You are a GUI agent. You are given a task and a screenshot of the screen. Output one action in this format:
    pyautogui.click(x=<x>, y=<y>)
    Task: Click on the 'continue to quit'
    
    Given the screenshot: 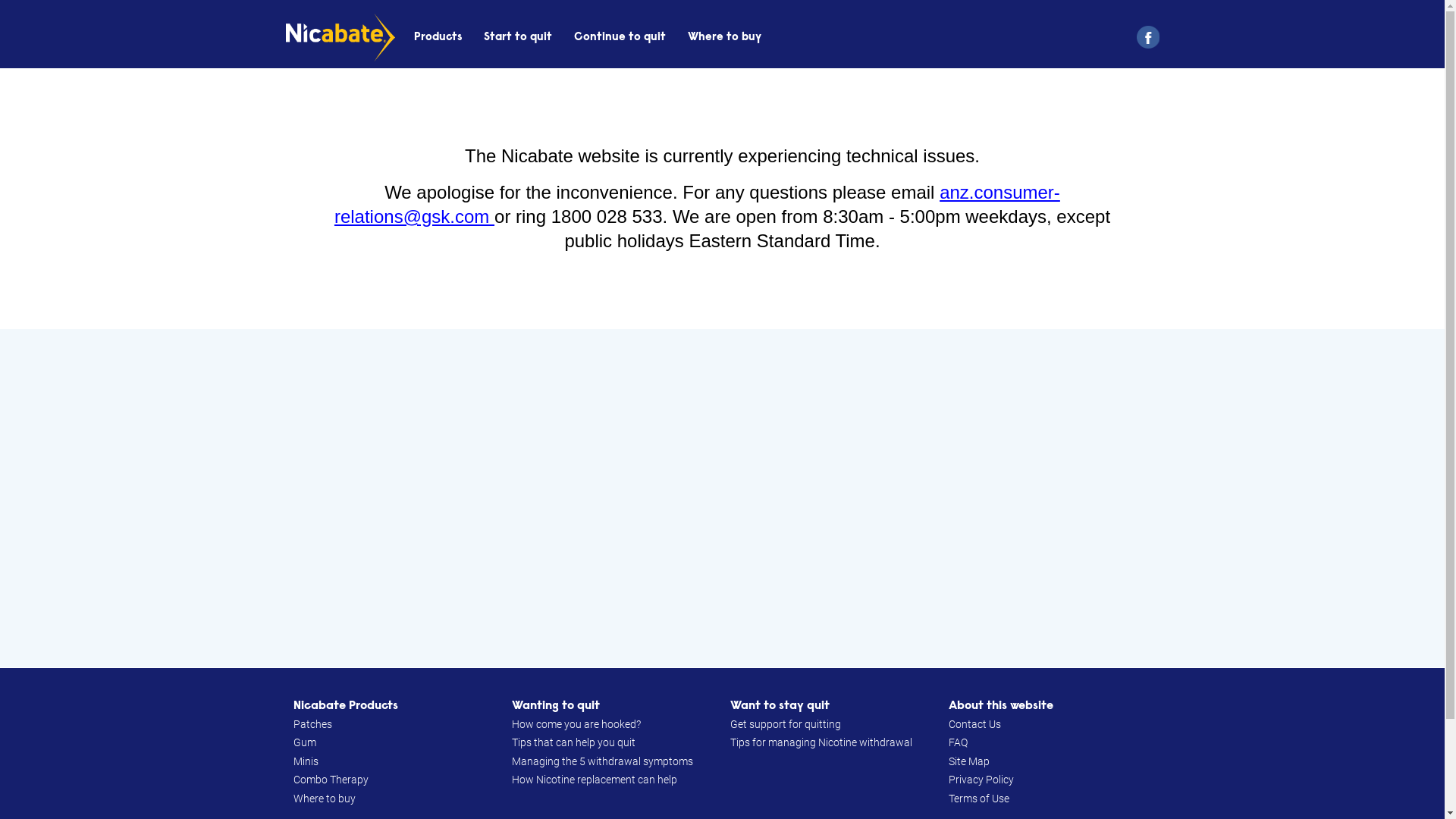 What is the action you would take?
    pyautogui.click(x=573, y=36)
    